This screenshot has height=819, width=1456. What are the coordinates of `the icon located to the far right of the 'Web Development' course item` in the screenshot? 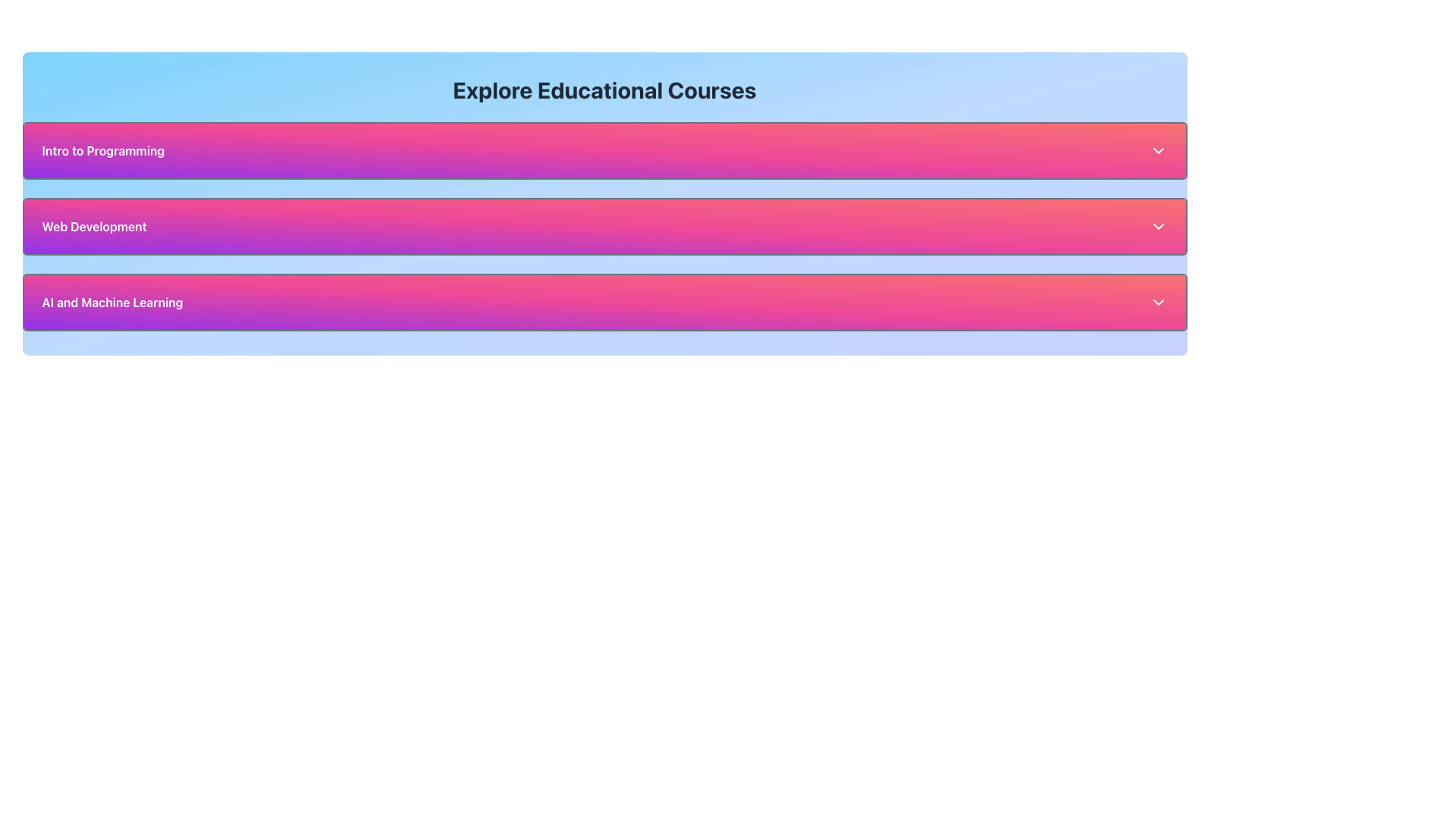 It's located at (1157, 227).